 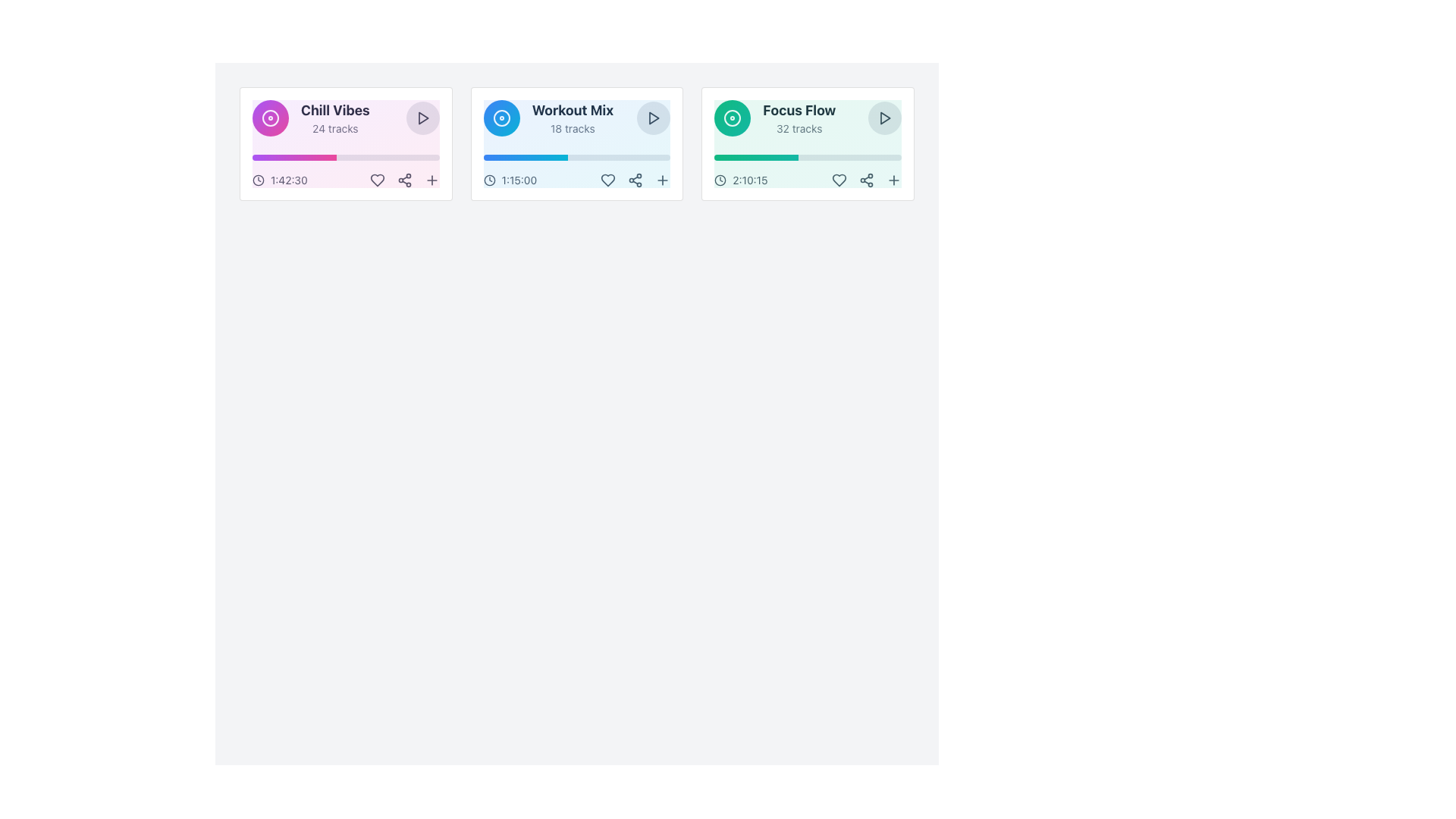 I want to click on the third item from the left in the horizontally aligned row, which features a rounded gradient-colored circle with a spinning icon and the bold text 'Focus Flow' along with the smaller text '32 tracks', so click(x=775, y=117).